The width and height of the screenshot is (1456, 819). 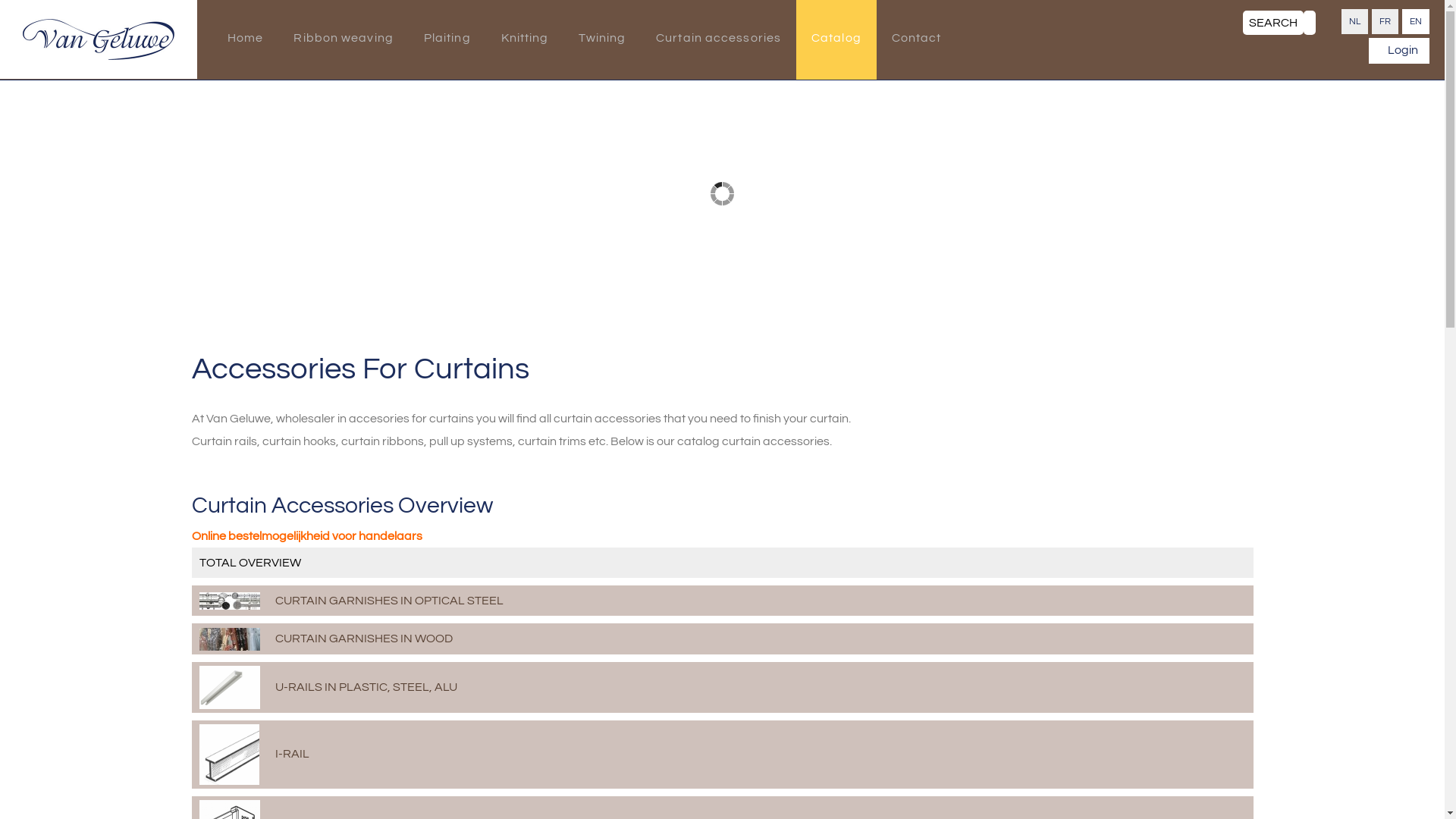 What do you see at coordinates (245, 39) in the screenshot?
I see `'Home'` at bounding box center [245, 39].